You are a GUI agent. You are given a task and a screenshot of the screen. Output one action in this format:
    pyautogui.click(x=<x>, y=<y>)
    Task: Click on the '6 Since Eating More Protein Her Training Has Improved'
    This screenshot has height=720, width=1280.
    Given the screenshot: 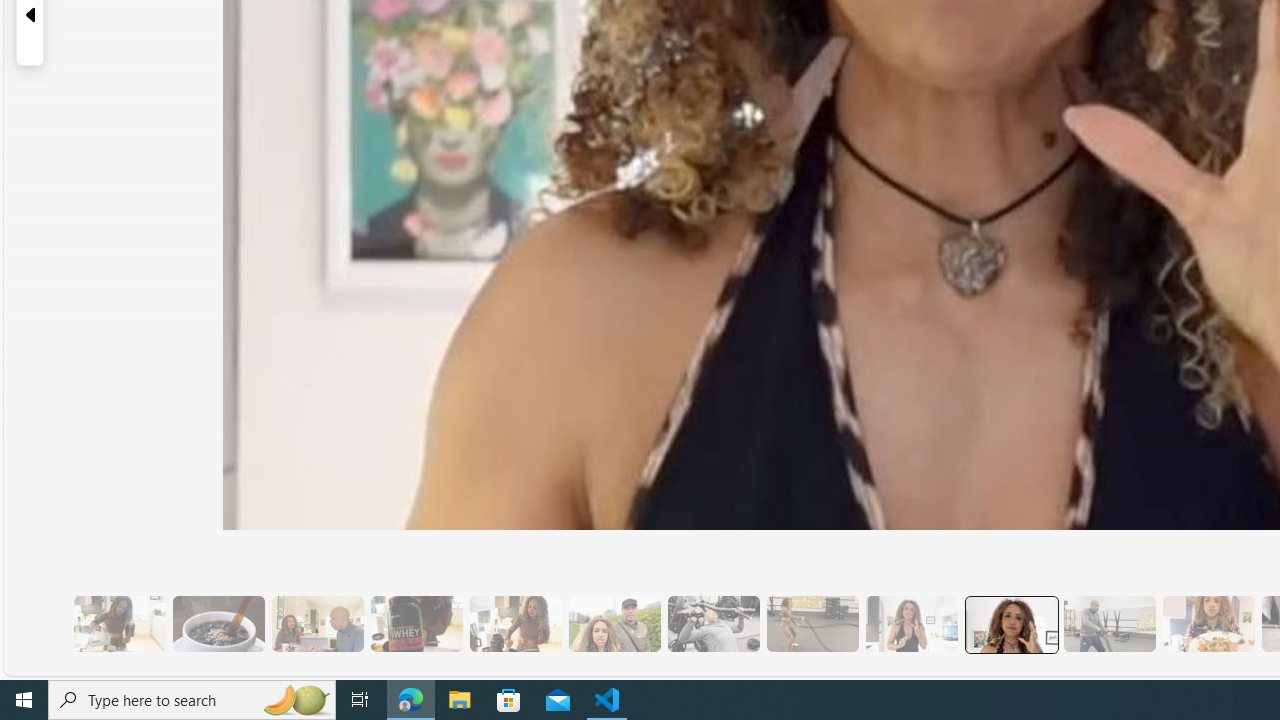 What is the action you would take?
    pyautogui.click(x=415, y=623)
    